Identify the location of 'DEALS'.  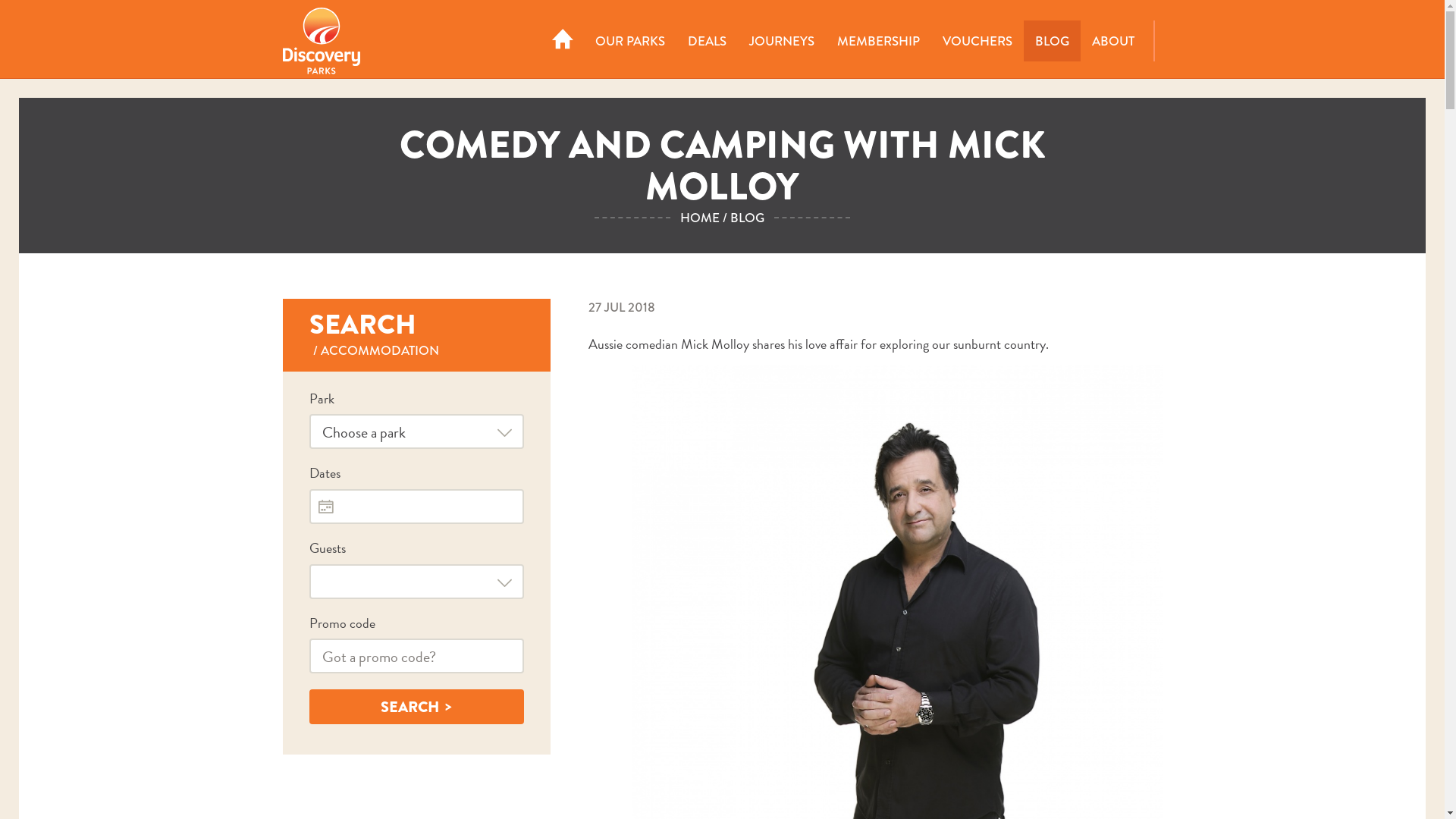
(706, 40).